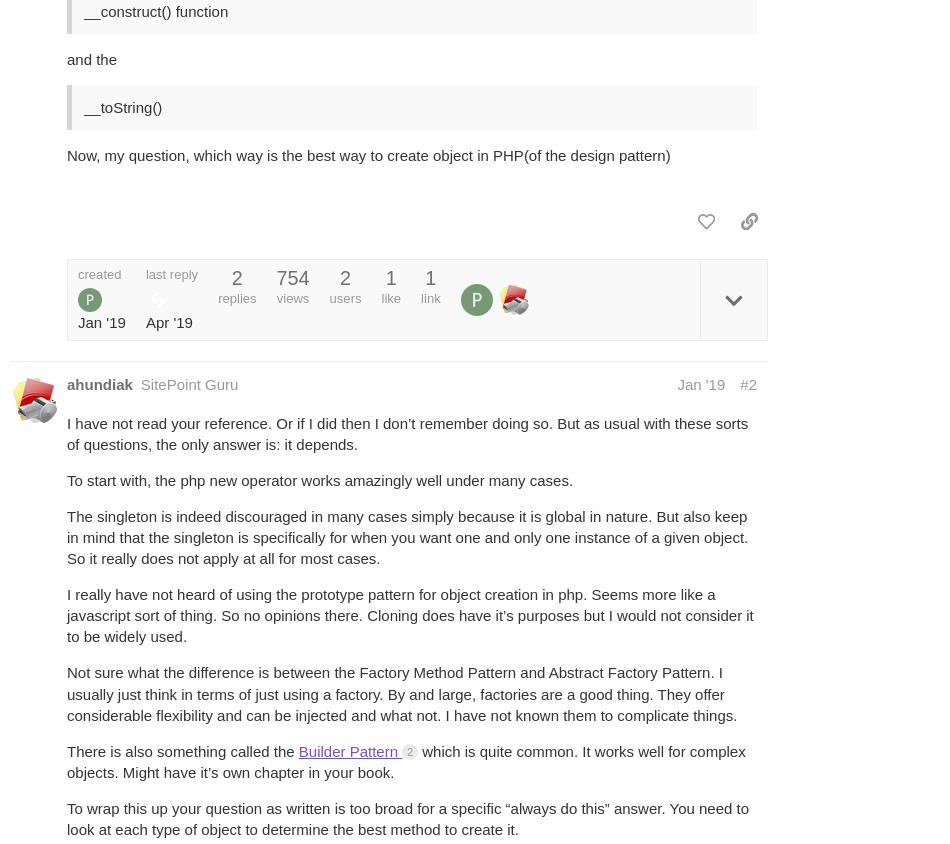 Image resolution: width=950 pixels, height=844 pixels. Describe the element at coordinates (344, 297) in the screenshot. I see `'users'` at that location.